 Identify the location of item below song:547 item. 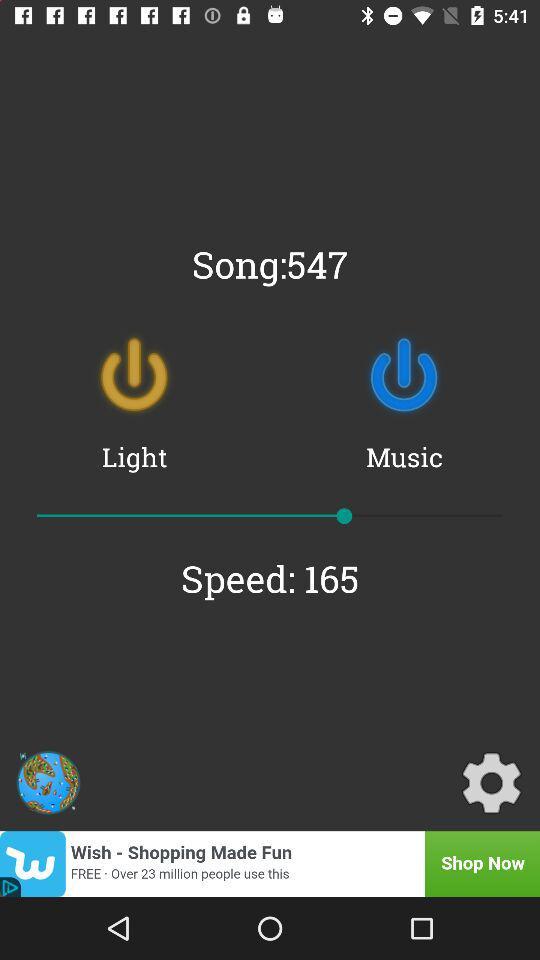
(134, 374).